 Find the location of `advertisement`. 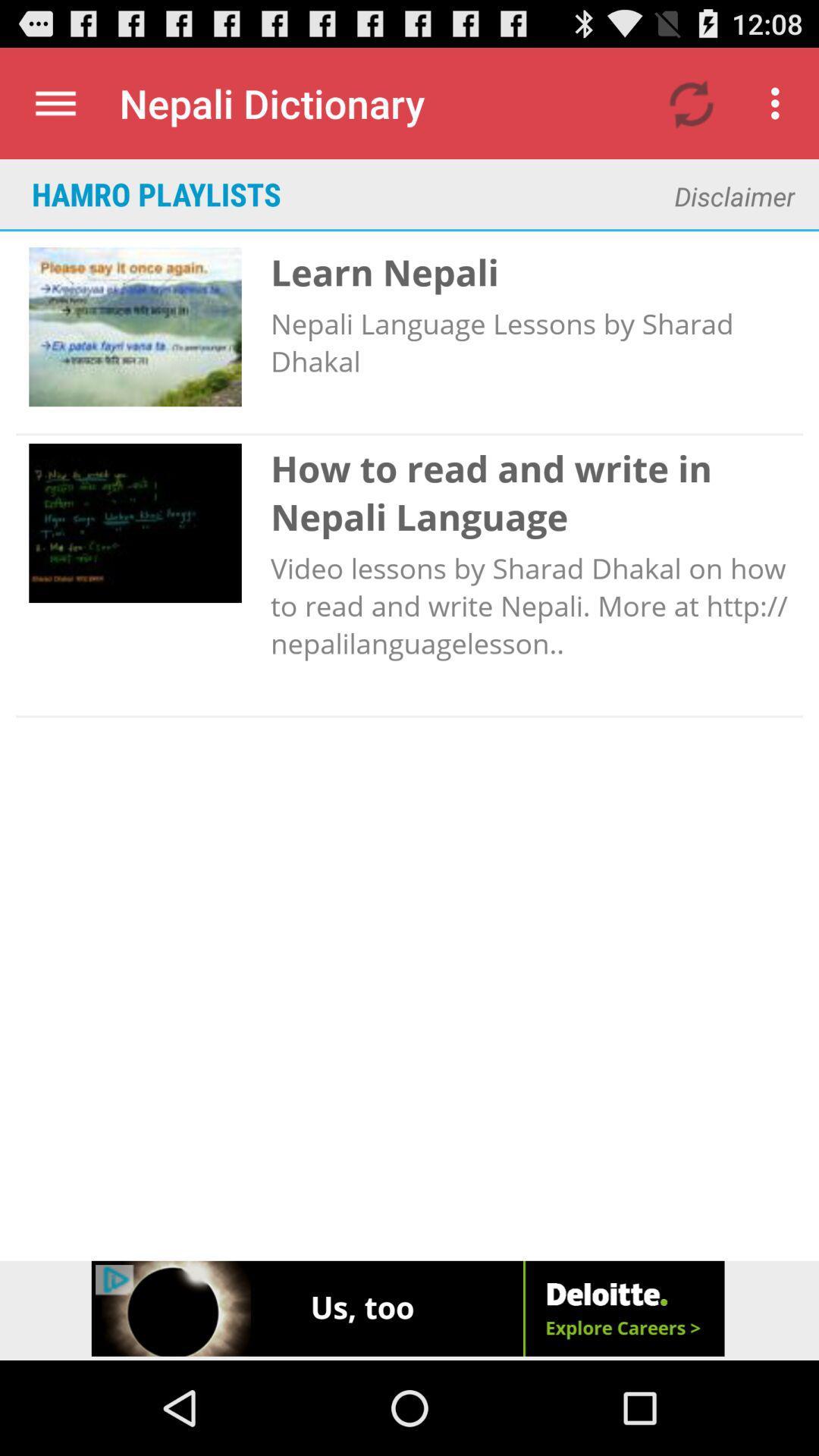

advertisement is located at coordinates (409, 1310).